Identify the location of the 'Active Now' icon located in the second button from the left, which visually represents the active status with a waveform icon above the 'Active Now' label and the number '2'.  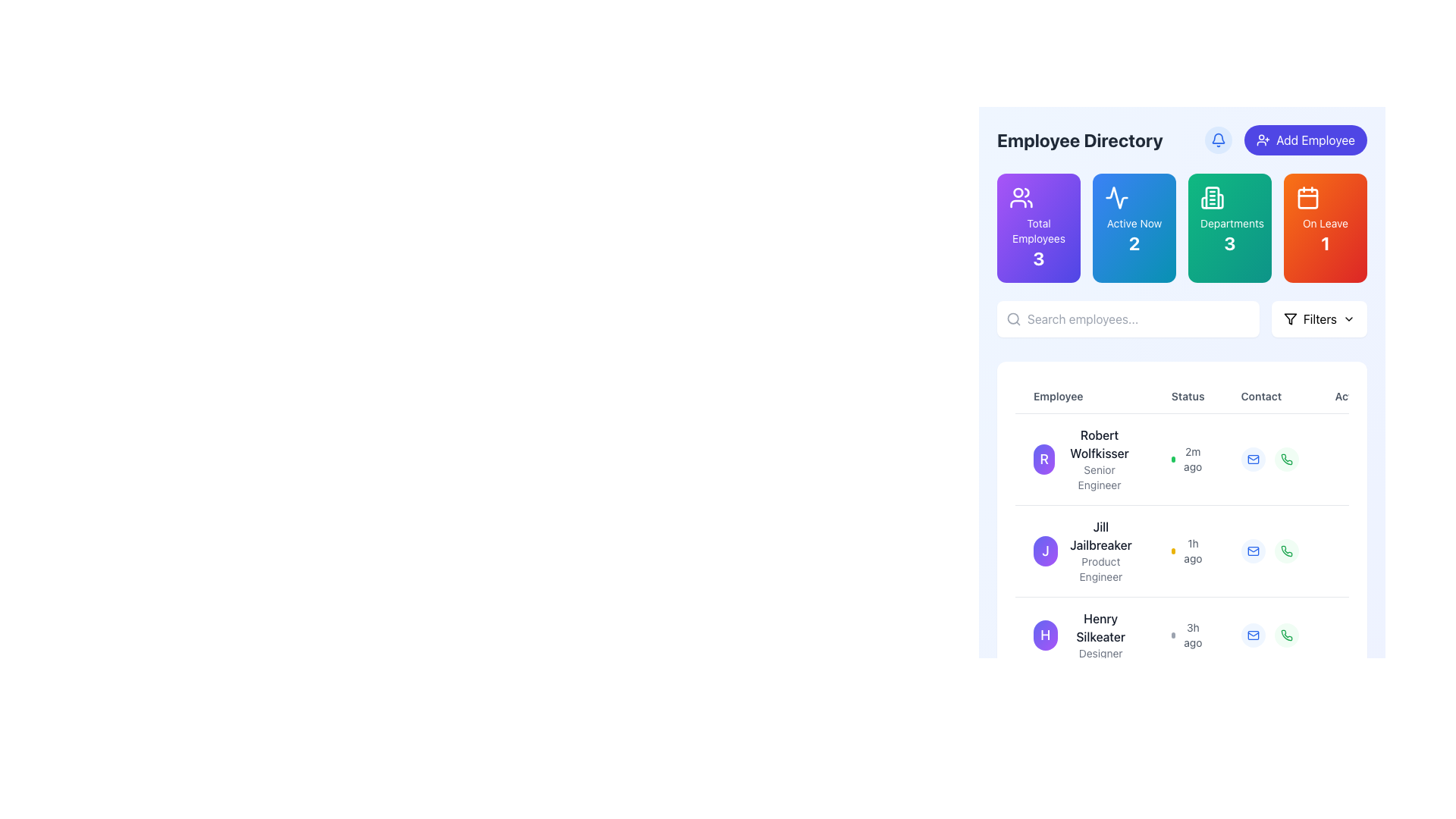
(1117, 197).